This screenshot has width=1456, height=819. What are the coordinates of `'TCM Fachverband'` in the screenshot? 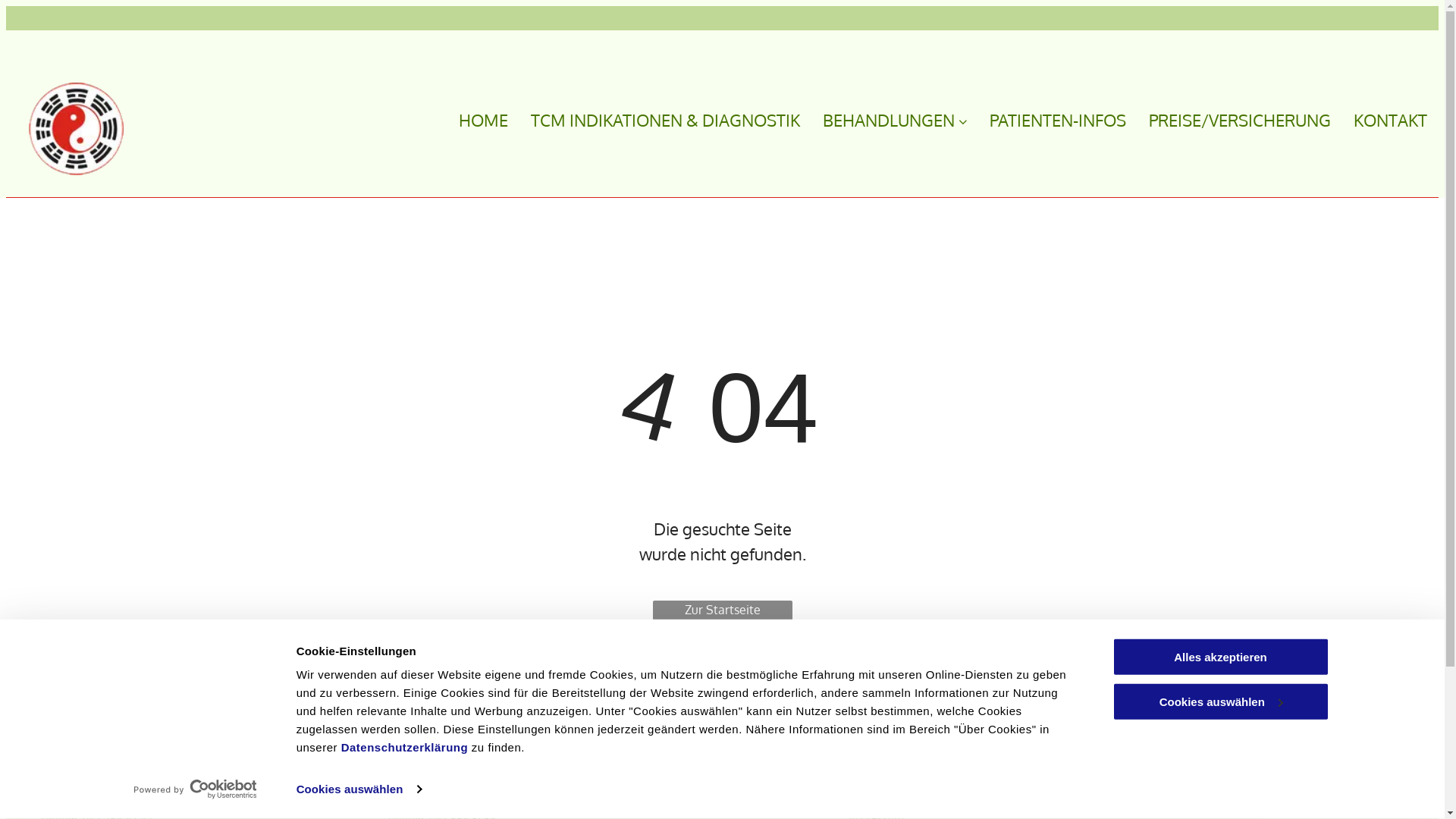 It's located at (848, 753).